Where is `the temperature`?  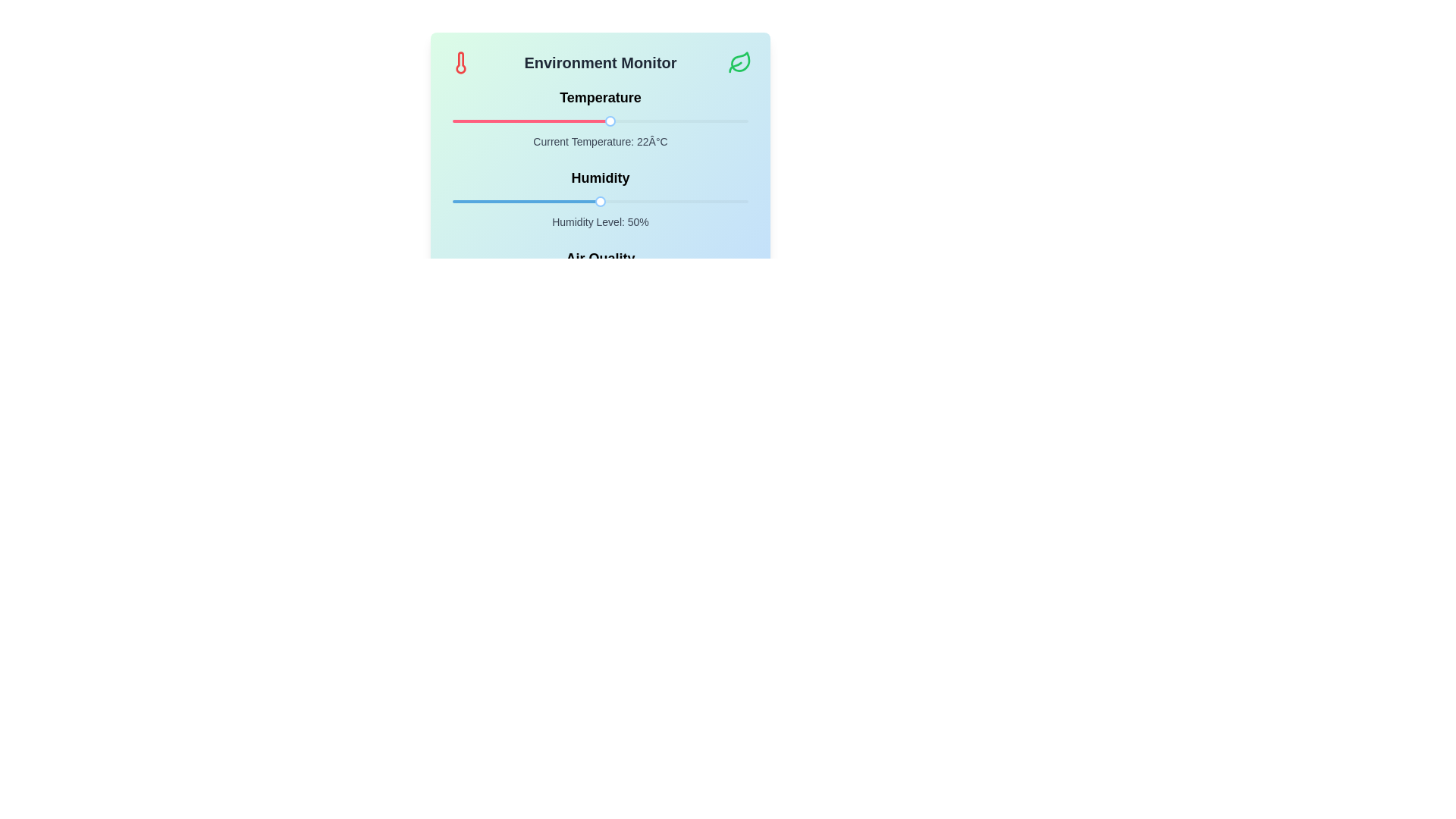 the temperature is located at coordinates (635, 120).